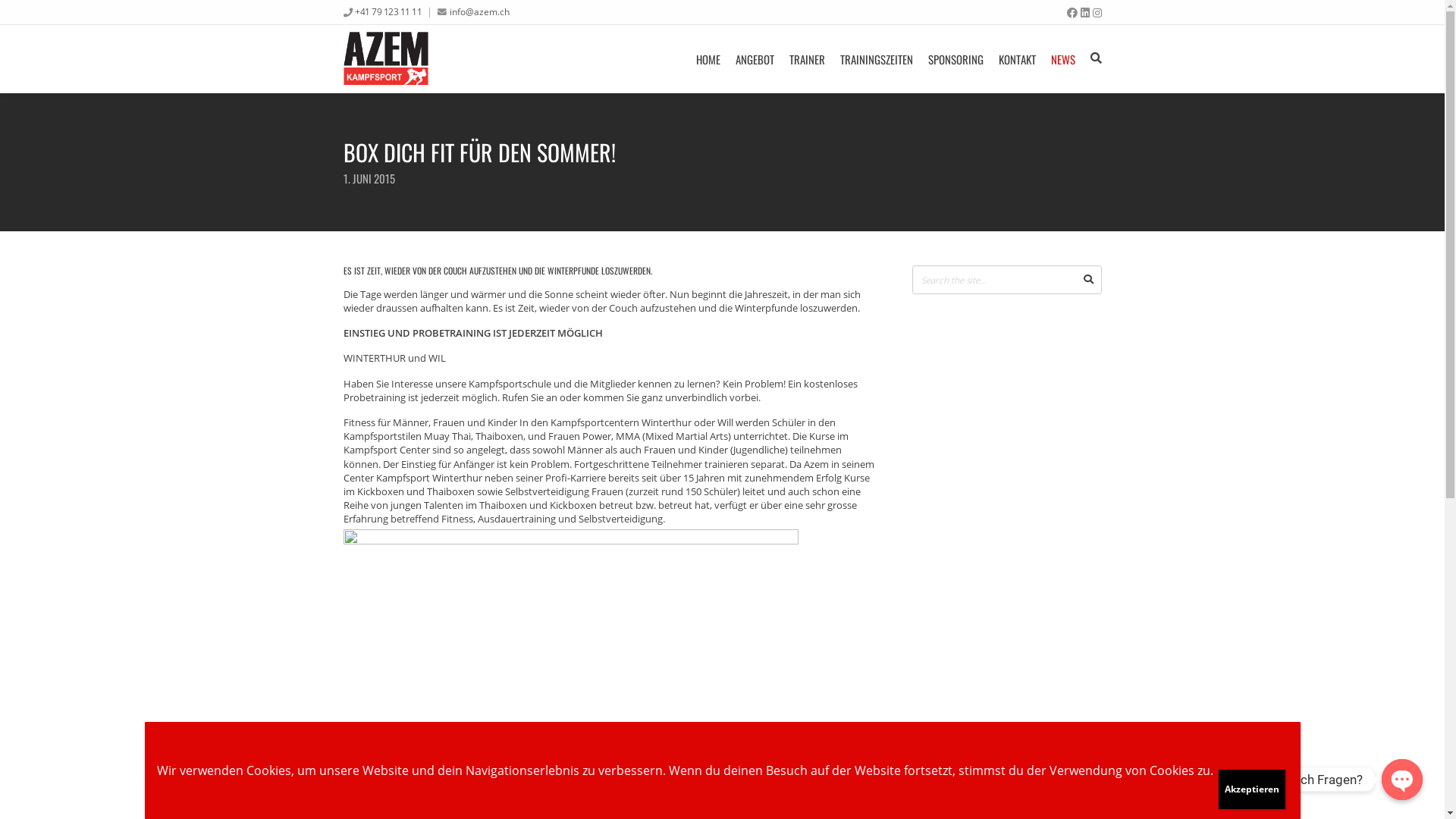 The height and width of the screenshot is (819, 1456). I want to click on 'HOME', so click(708, 58).